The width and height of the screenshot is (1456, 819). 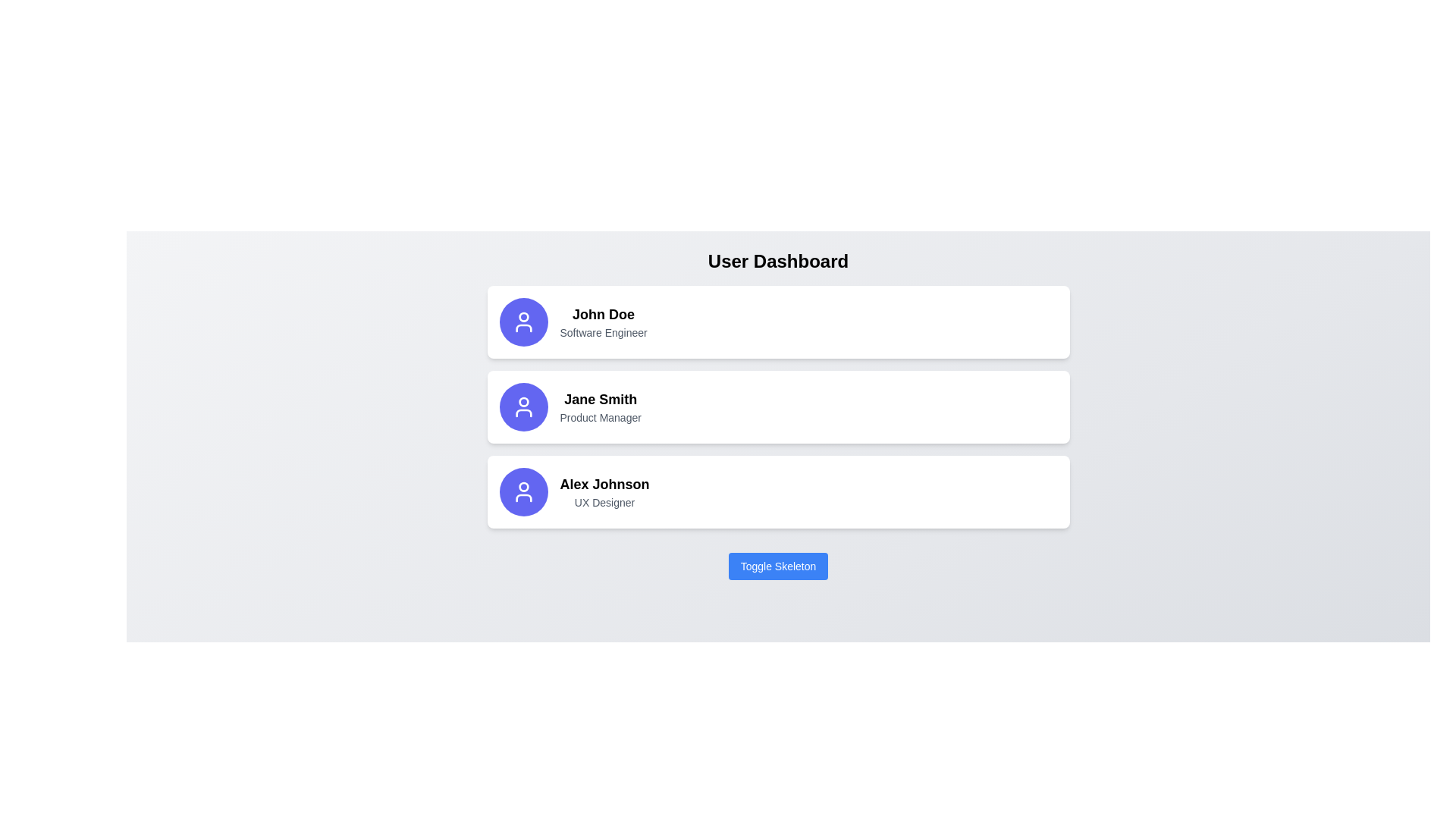 I want to click on user name and professional title displayed in the text element located in the topmost card of the vertical stack under the 'User Dashboard' heading, positioned to the right of a circular purple icon with a user silhouette, so click(x=603, y=321).